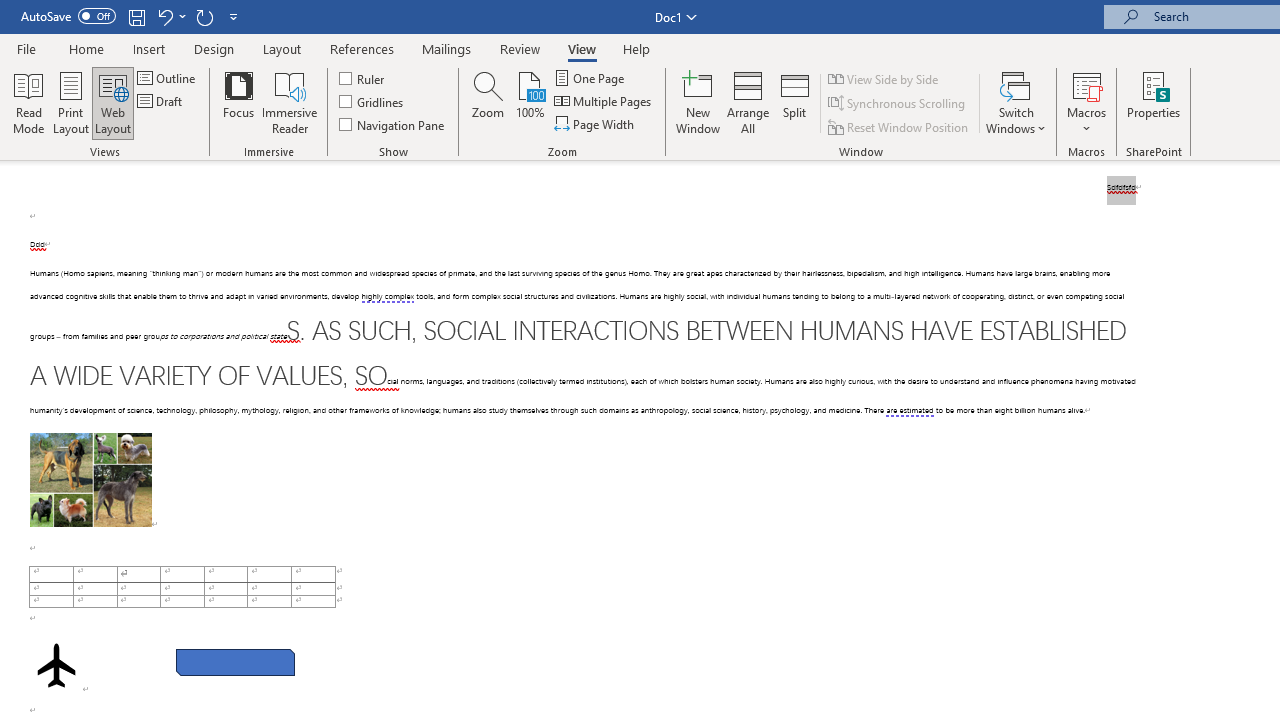 The width and height of the screenshot is (1280, 720). I want to click on 'Outline', so click(168, 77).